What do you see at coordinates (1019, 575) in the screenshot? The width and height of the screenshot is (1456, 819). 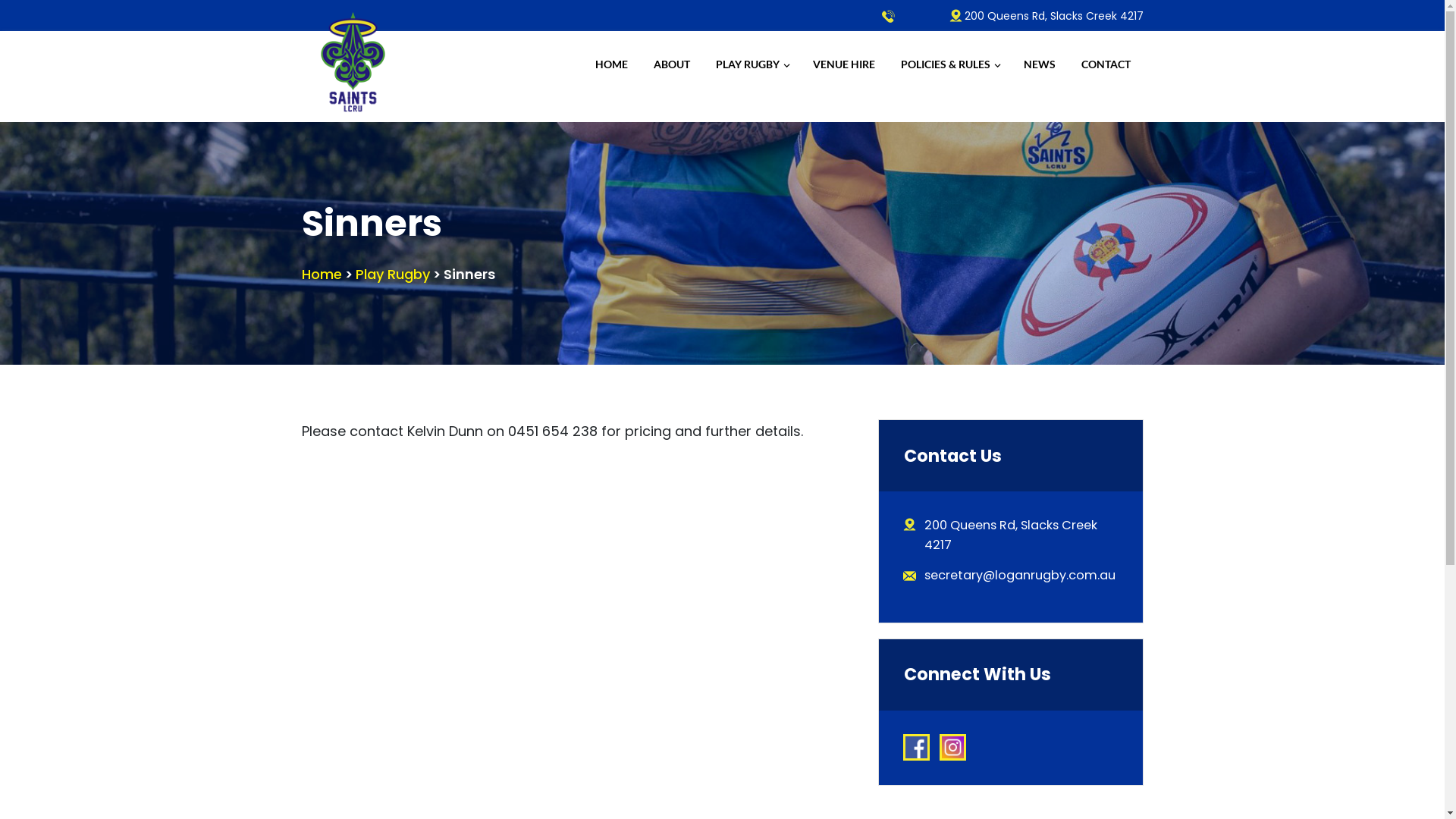 I see `'secretary@loganrugby.com.au'` at bounding box center [1019, 575].